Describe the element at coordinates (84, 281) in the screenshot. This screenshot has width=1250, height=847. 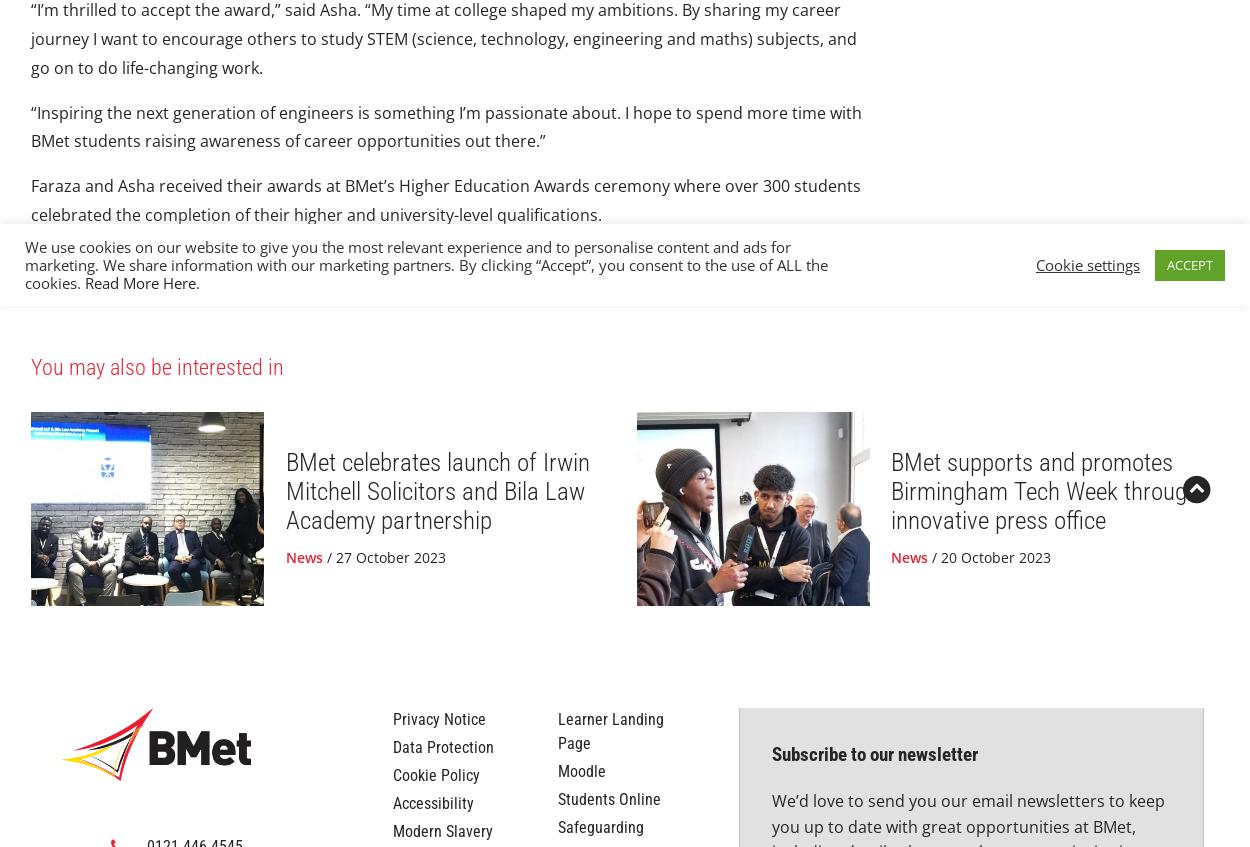
I see `'Read More Here'` at that location.